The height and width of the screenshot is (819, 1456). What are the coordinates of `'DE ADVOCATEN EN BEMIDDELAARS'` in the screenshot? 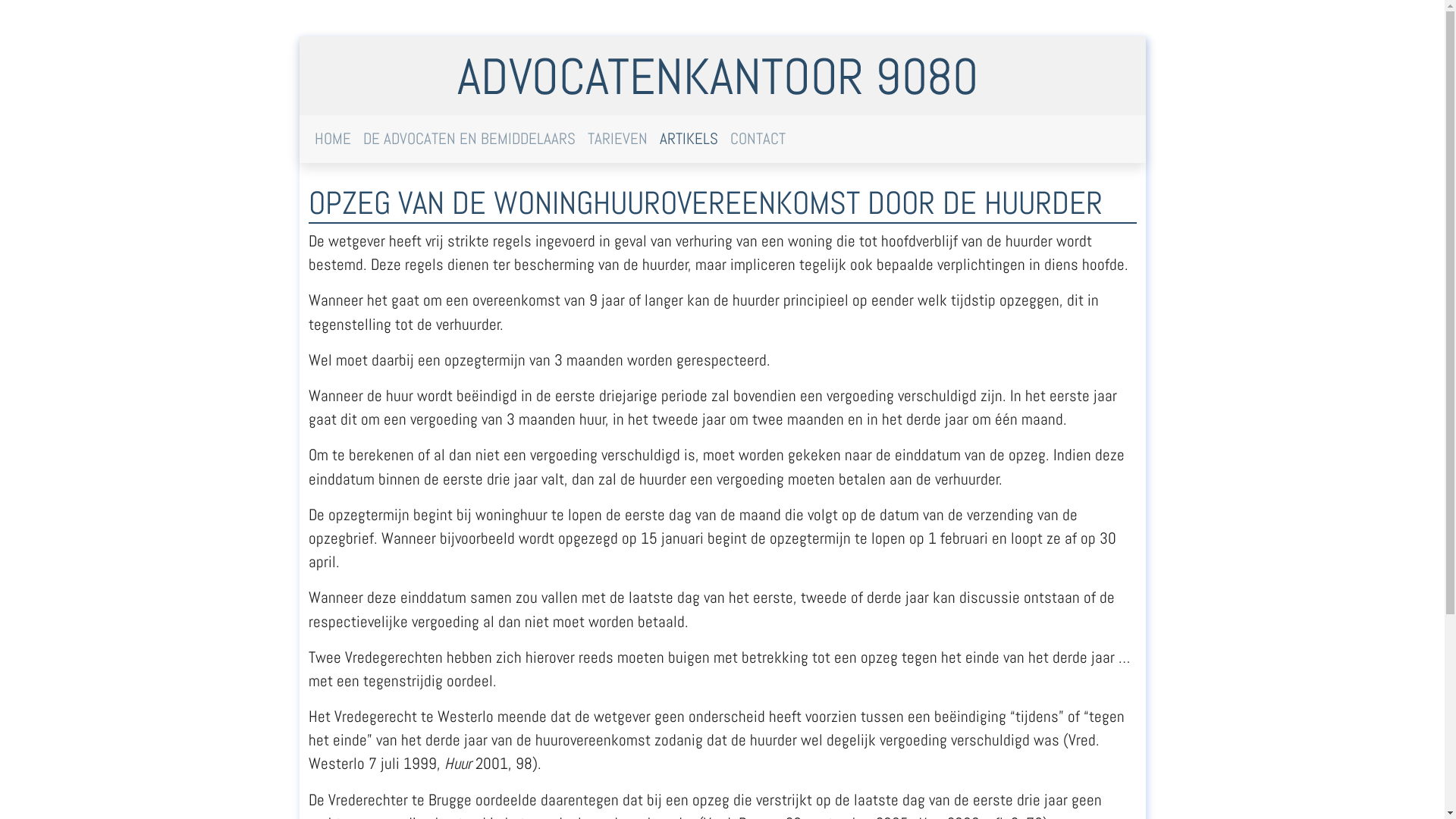 It's located at (468, 139).